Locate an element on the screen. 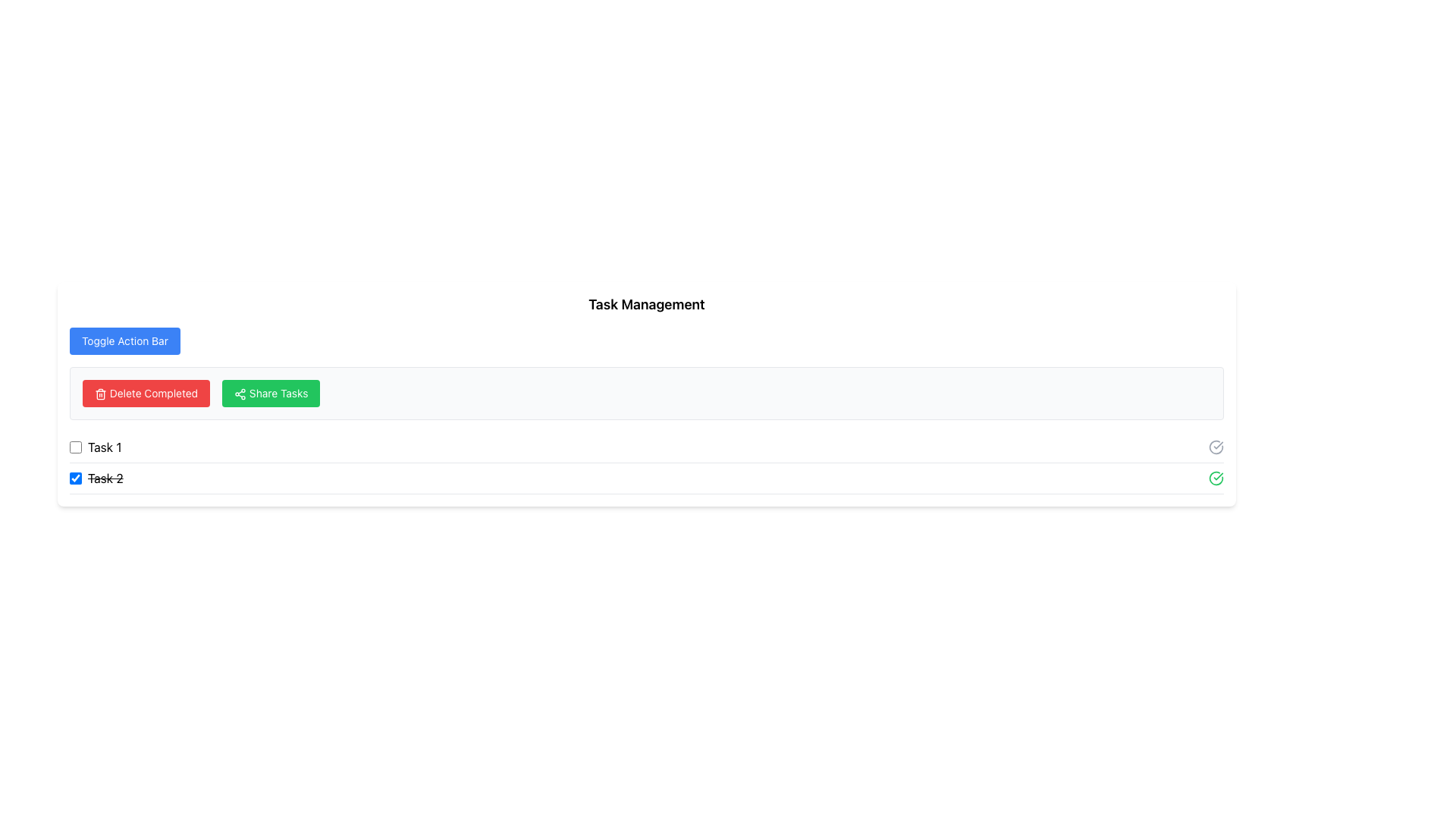 This screenshot has height=819, width=1456. the checkbox for the first task item in the task management section is located at coordinates (95, 447).